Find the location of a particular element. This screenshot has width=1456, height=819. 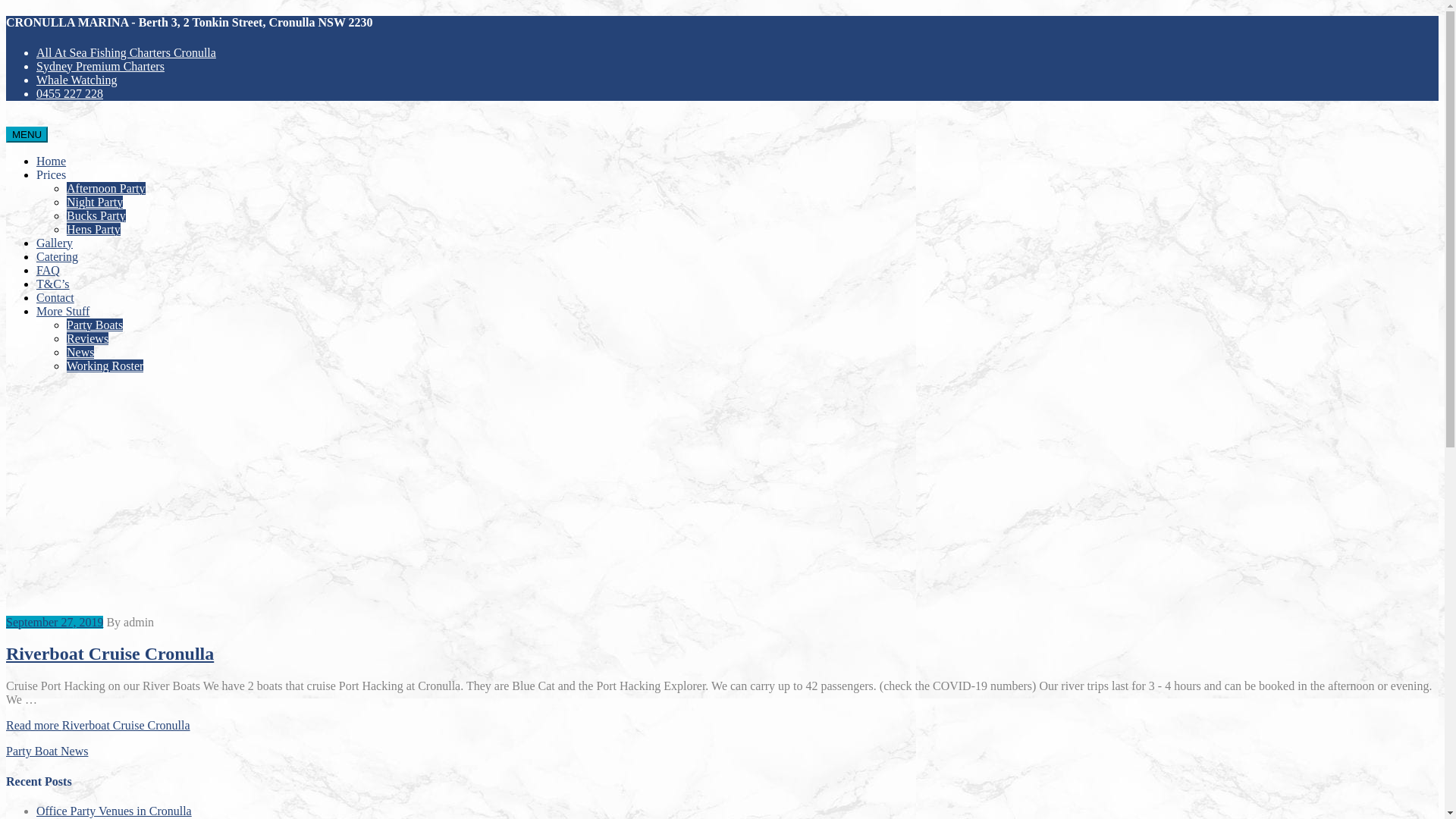

'Riverboat Cruise Cronulla' is located at coordinates (6, 652).